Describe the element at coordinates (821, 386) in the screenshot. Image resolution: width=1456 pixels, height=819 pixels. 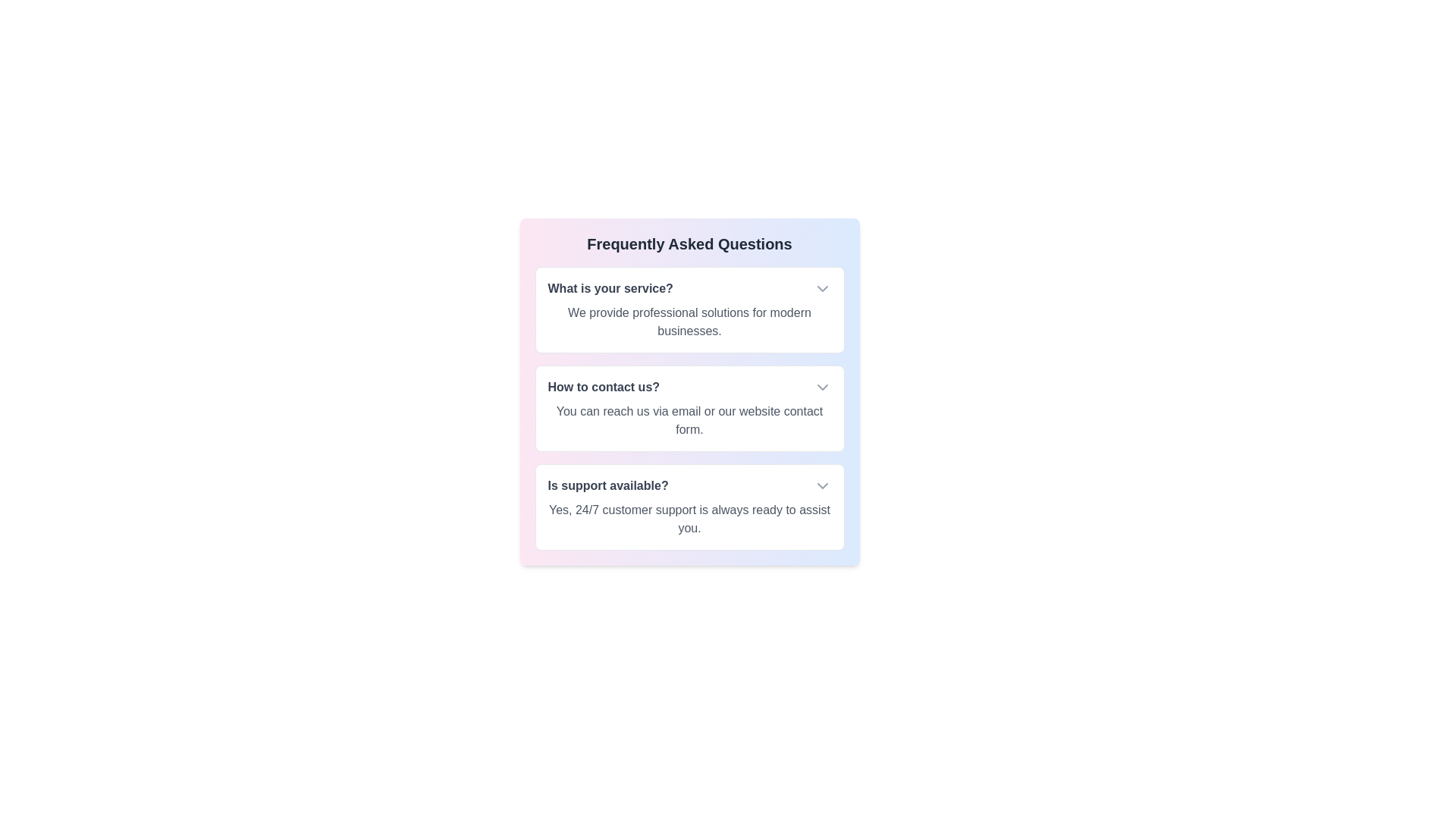
I see `the dropdown icon to toggle the visibility of the answer for How to contact us?` at that location.